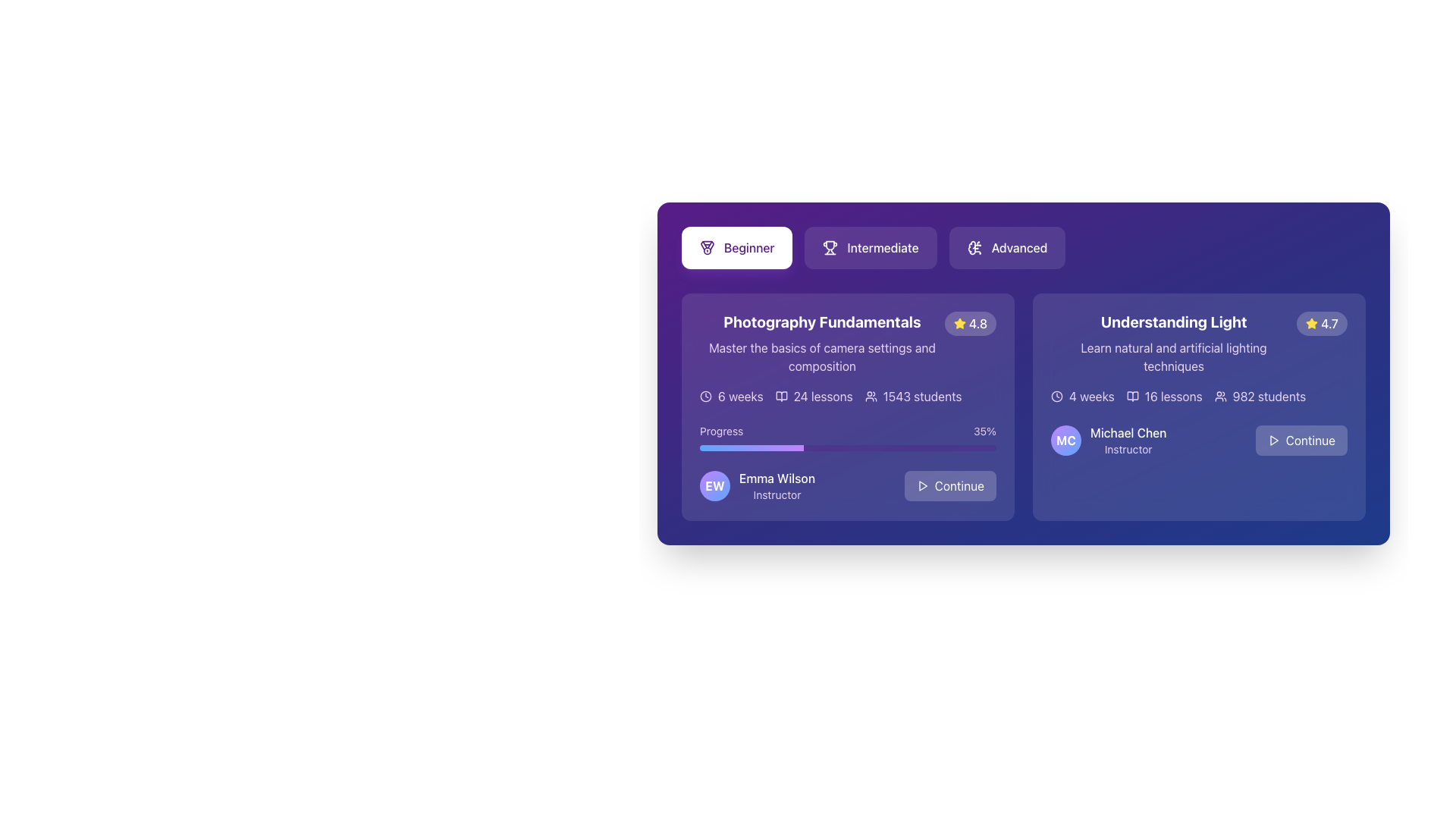  What do you see at coordinates (1128, 449) in the screenshot?
I see `the label displaying 'Instructor', which is located directly beneath the bold text 'Michael Chen' in the rightmost course card` at bounding box center [1128, 449].